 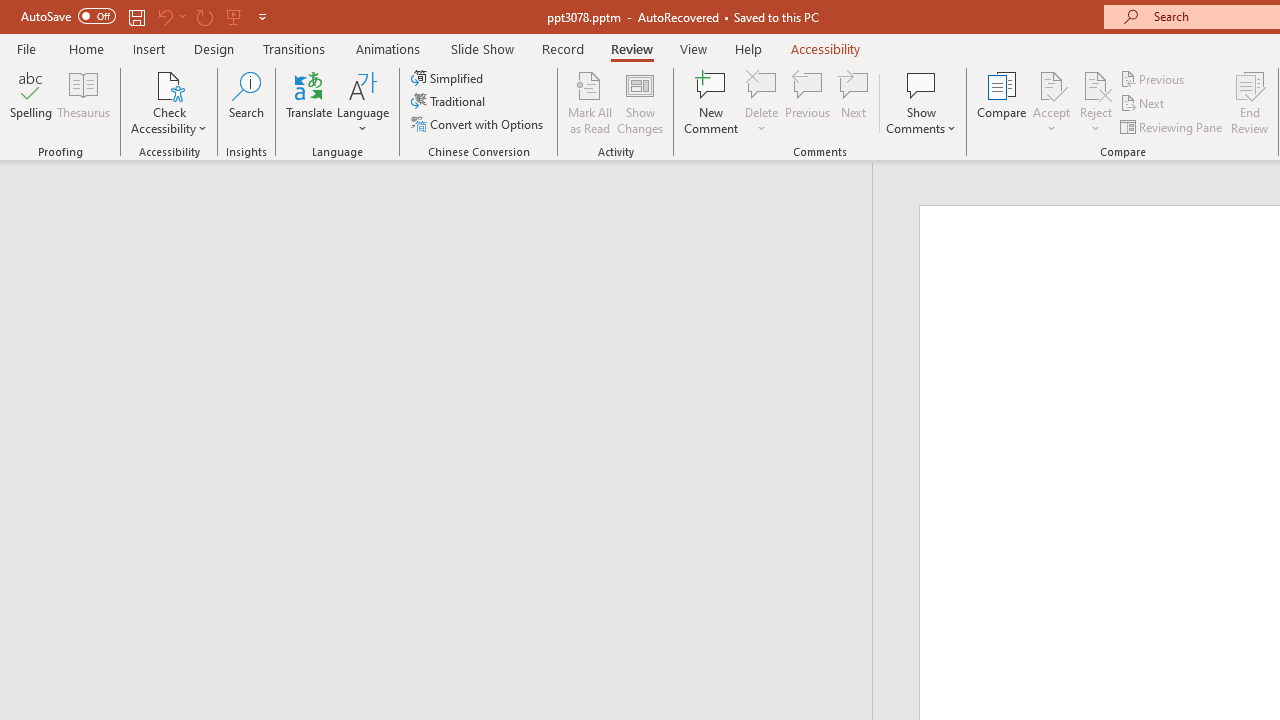 I want to click on 'Spelling...', so click(x=31, y=103).